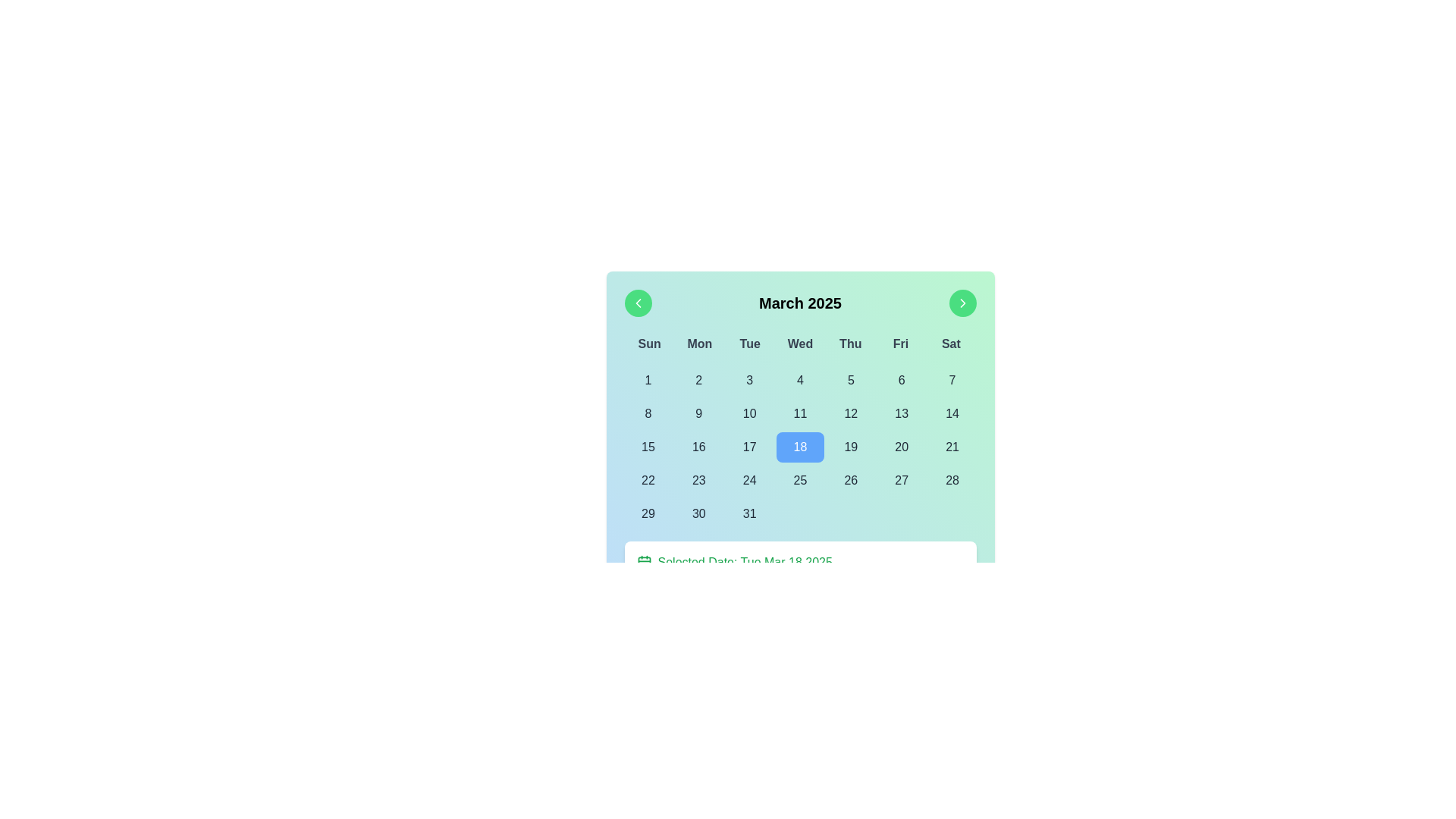  I want to click on the date button representing the 7th of the month, so click(952, 379).